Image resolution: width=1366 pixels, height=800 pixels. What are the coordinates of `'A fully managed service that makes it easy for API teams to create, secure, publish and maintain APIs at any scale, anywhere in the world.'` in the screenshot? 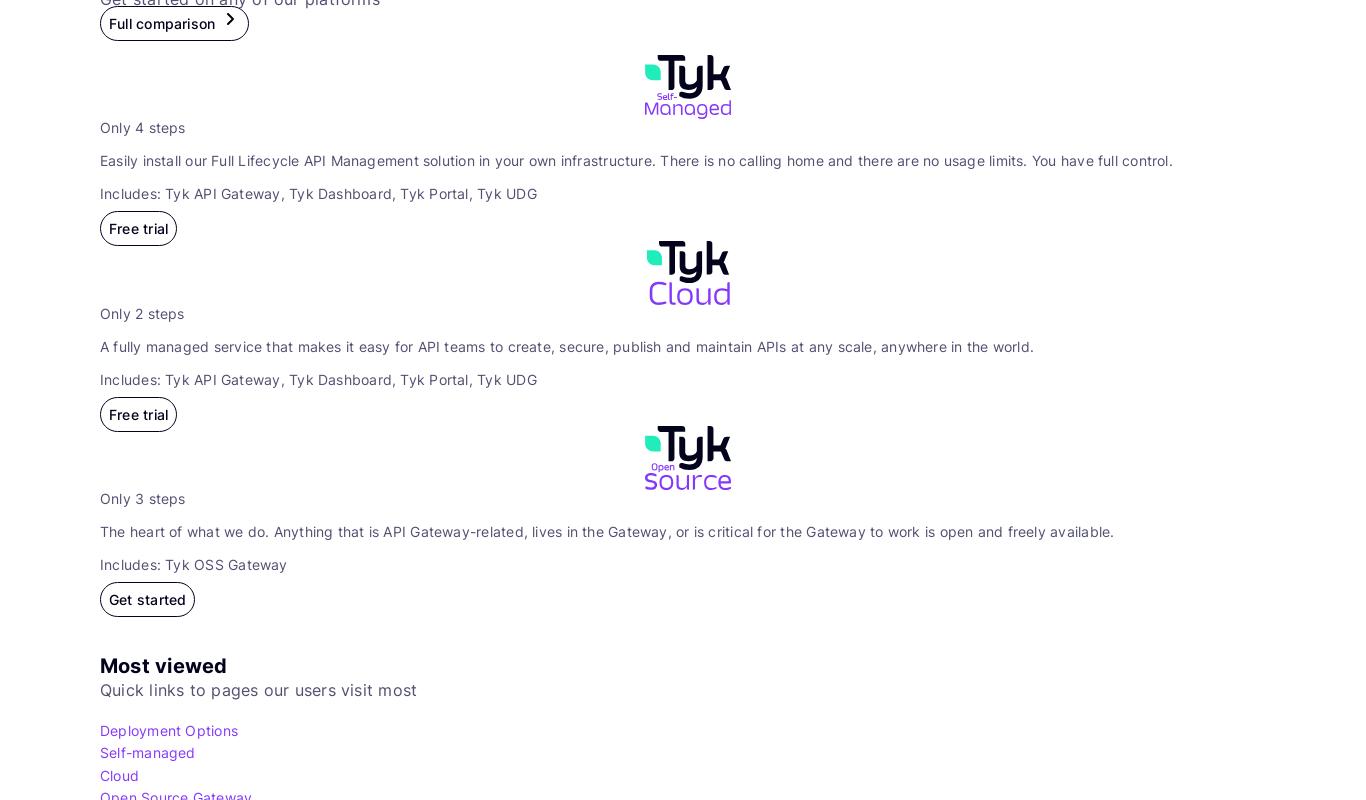 It's located at (567, 345).